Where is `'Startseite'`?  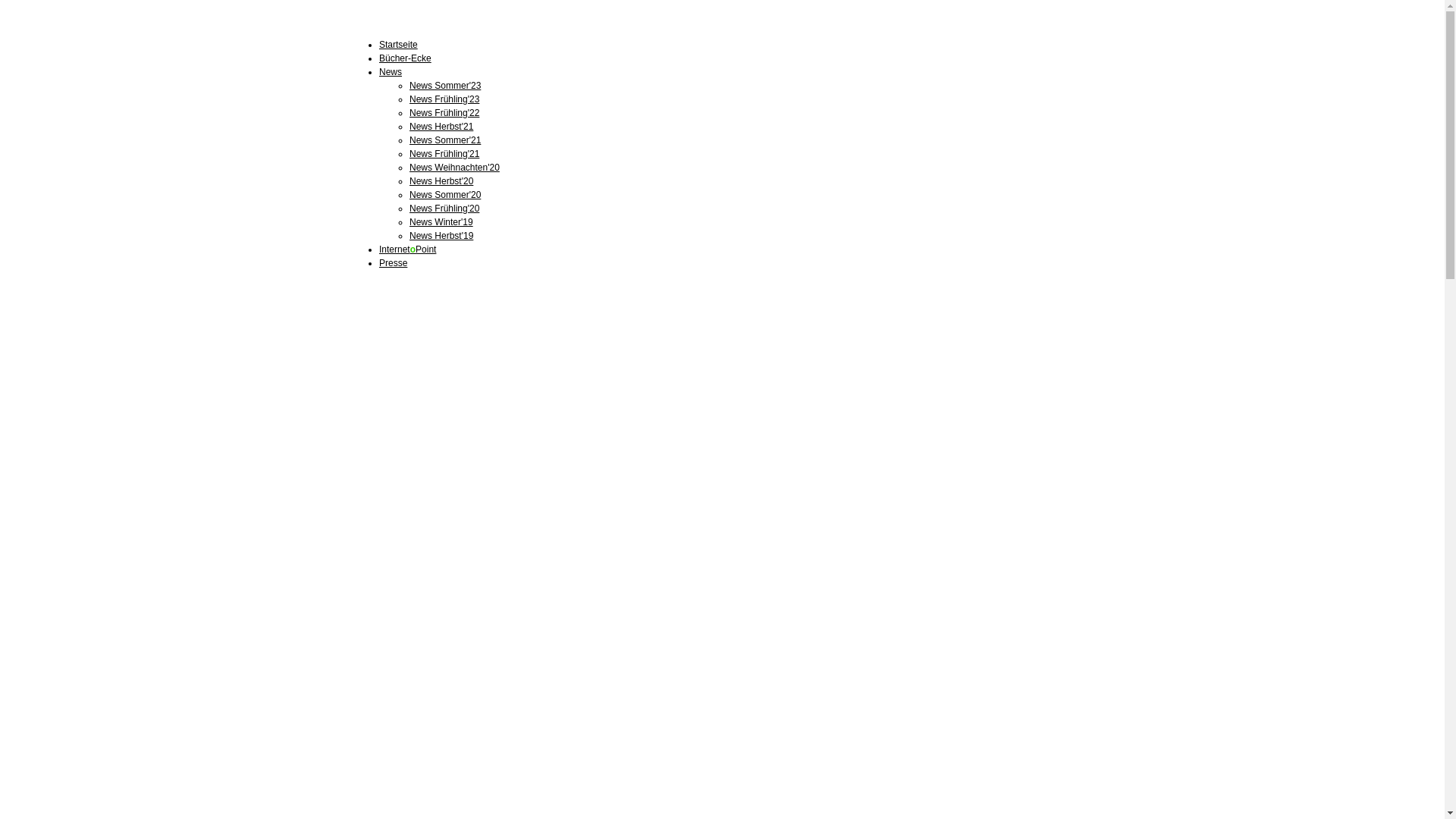 'Startseite' is located at coordinates (398, 43).